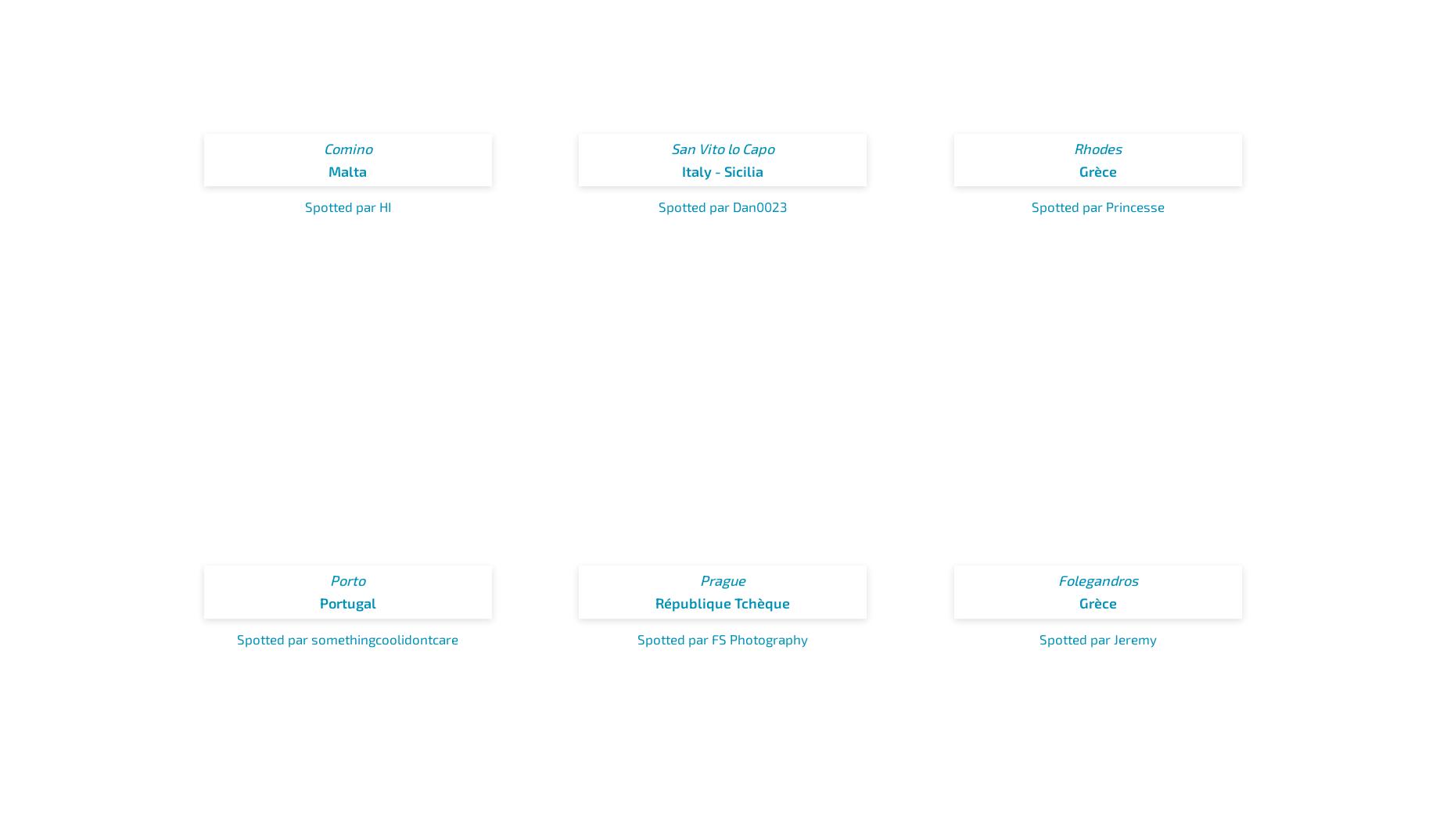  What do you see at coordinates (1097, 638) in the screenshot?
I see `'Spotted par Jeremy'` at bounding box center [1097, 638].